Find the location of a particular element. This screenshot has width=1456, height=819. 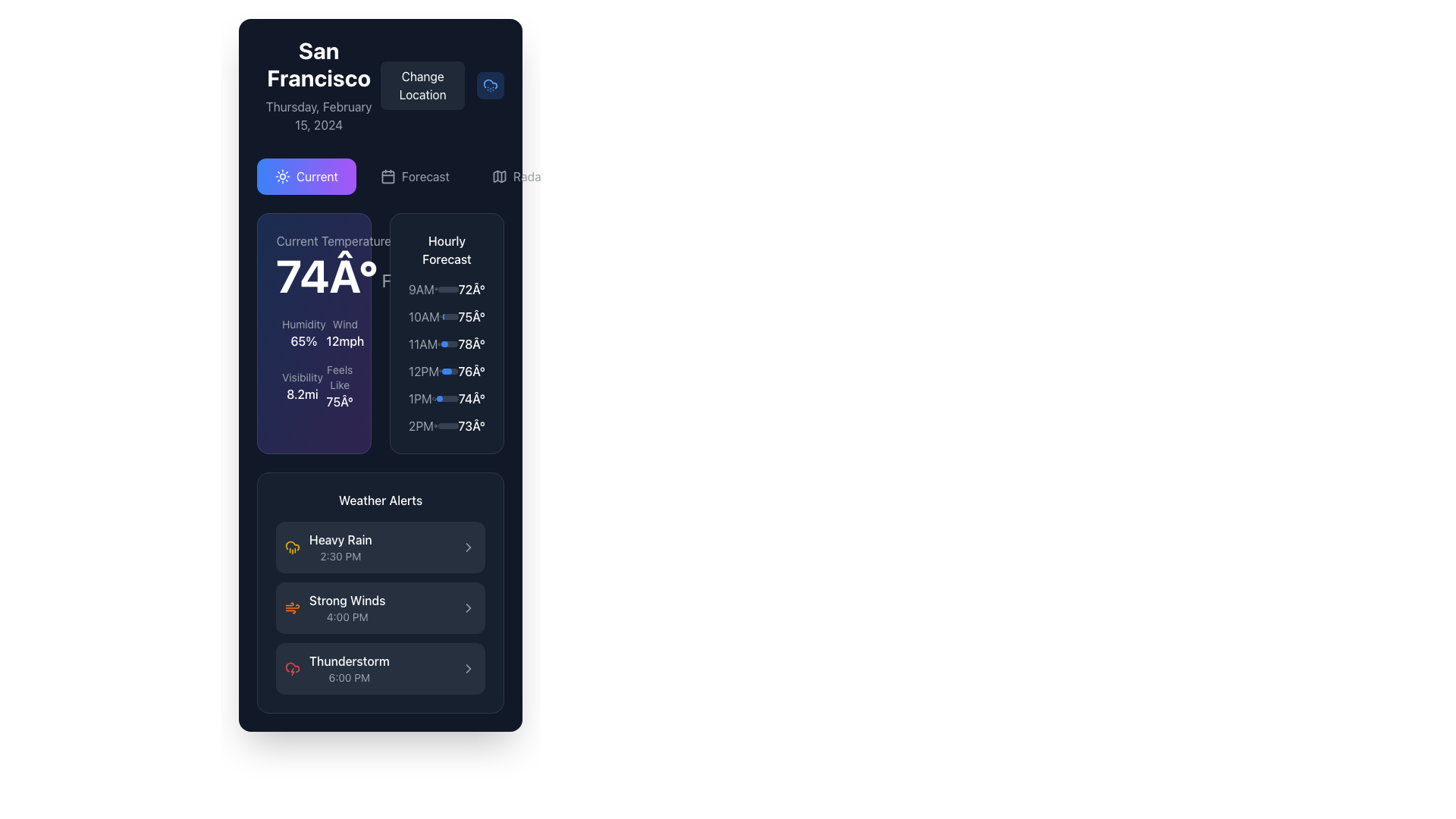

the text label that displays the temperature forecast for '11AM', located in the hourly forecast section and positioned right next to the weather icon is located at coordinates (471, 344).